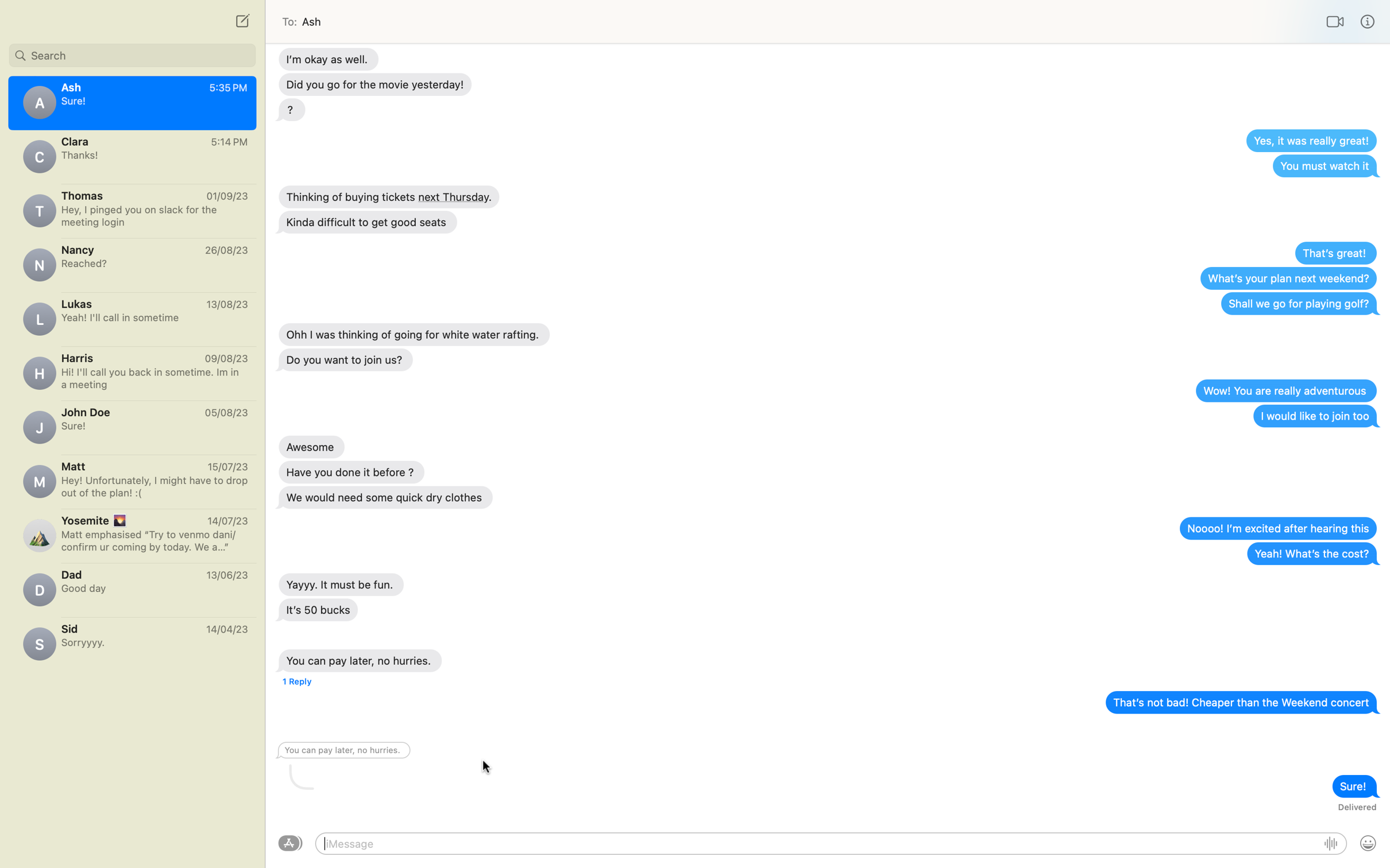 The image size is (1390, 868). What do you see at coordinates (1287, 277) in the screenshot?
I see `Interact with "Next weekend plan" link` at bounding box center [1287, 277].